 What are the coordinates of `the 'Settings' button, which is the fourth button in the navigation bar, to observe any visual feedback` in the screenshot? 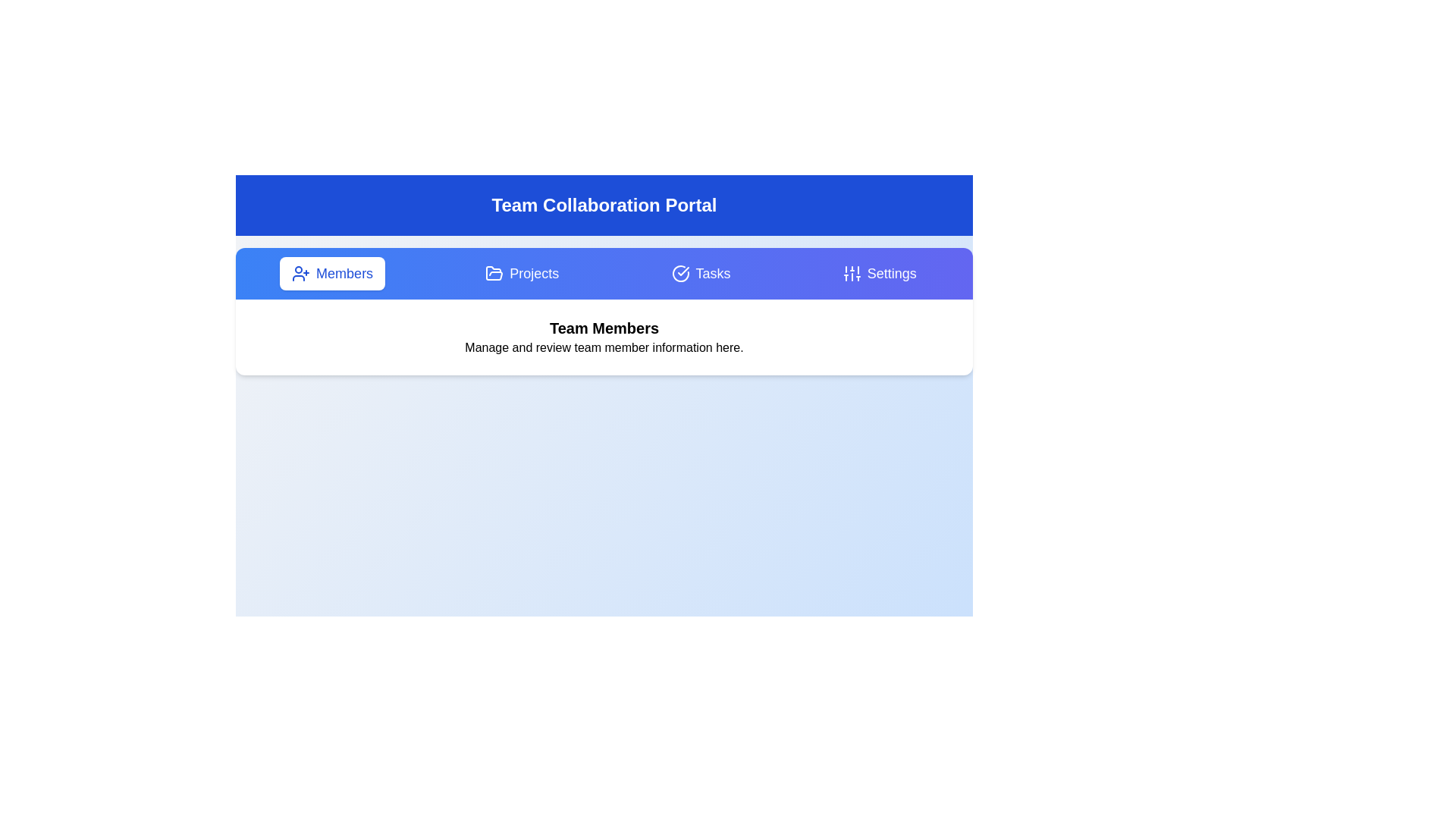 It's located at (880, 274).